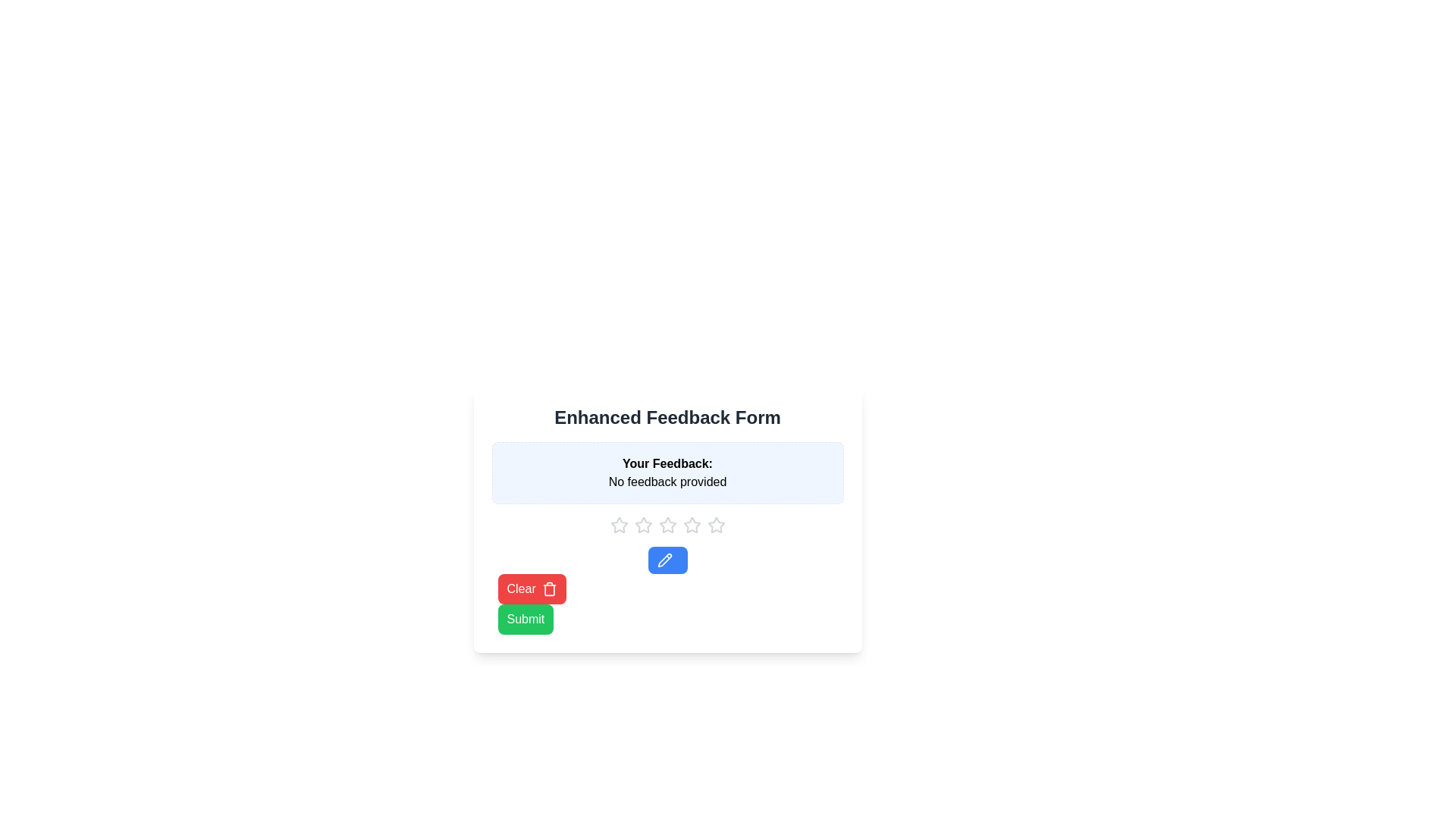 The width and height of the screenshot is (1456, 819). I want to click on the leftmost star rating icon, which is a light gray, hollow star with a thin border, located below the section titled 'Your Feedback: No feedback provided', so click(619, 524).